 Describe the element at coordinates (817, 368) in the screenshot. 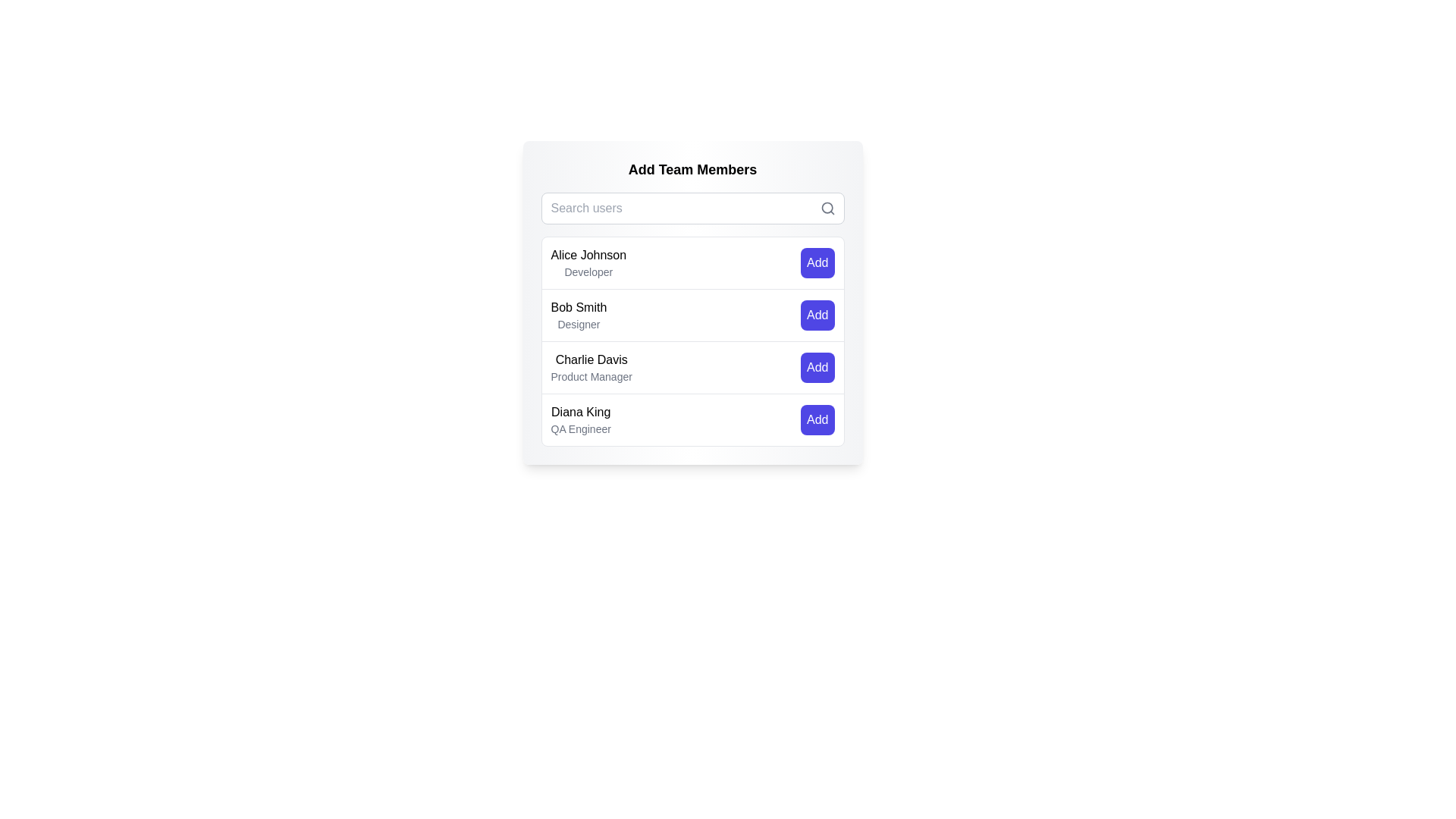

I see `the 'Add' button for 'Charlie Davis, Product Manager', which is the rightmost button in the row, to trigger a hover effect` at that location.